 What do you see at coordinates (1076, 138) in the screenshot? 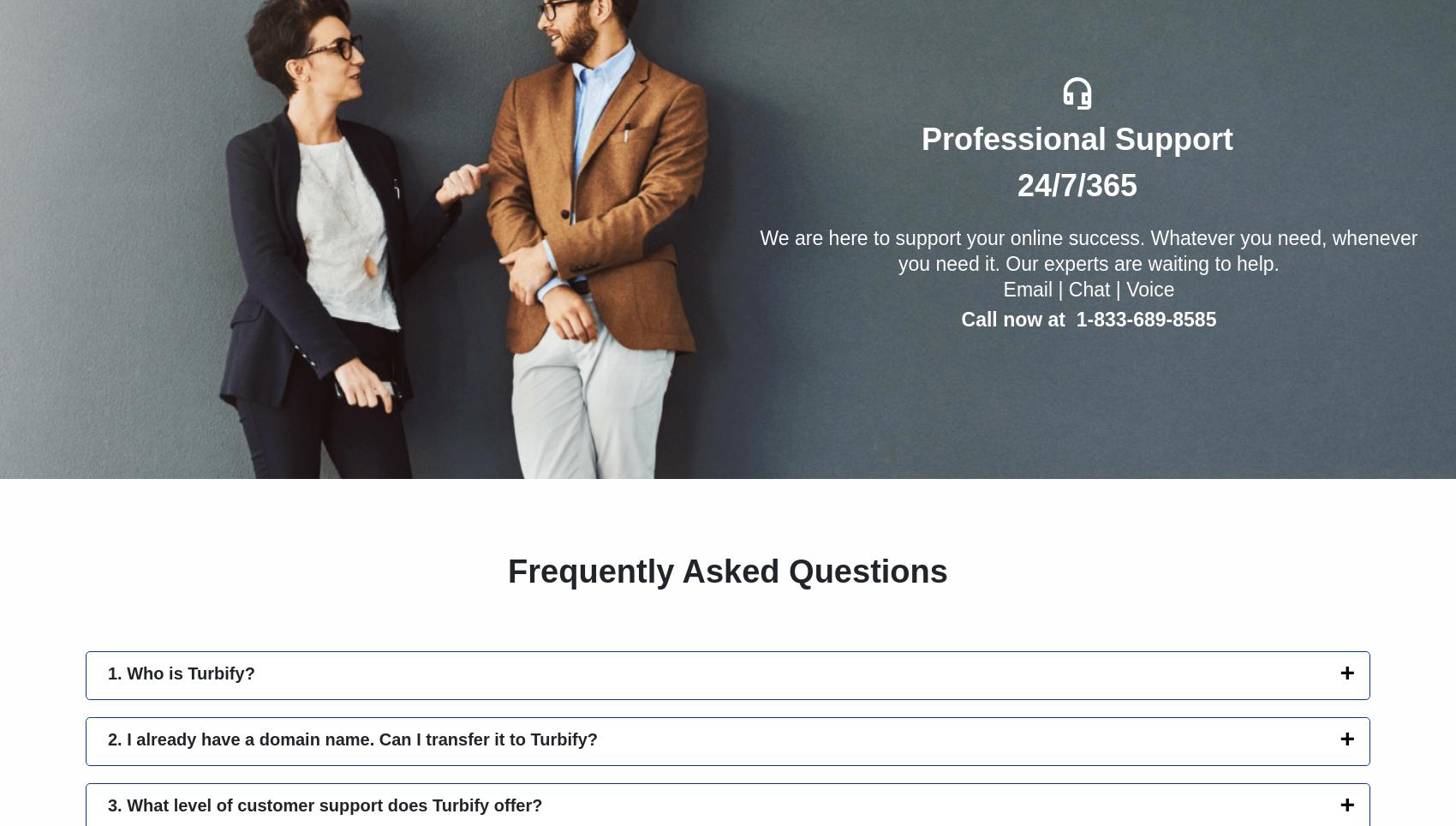
I see `'Professional Support'` at bounding box center [1076, 138].